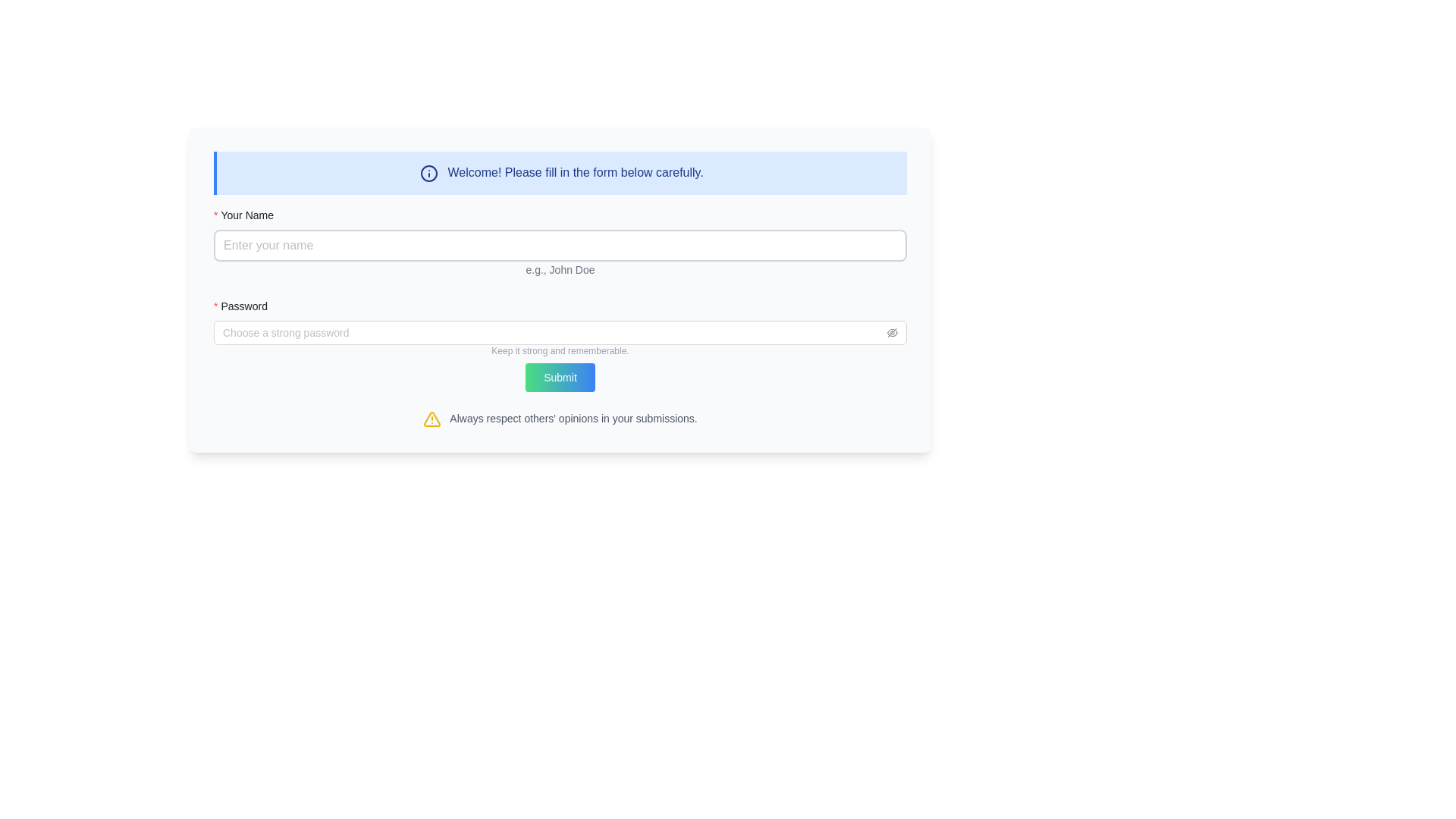 The image size is (1456, 819). What do you see at coordinates (428, 172) in the screenshot?
I see `the icon located to the left of the text 'Welcome! Please fill in the form below carefully.' in the blue-tinted message box at the top of the form` at bounding box center [428, 172].